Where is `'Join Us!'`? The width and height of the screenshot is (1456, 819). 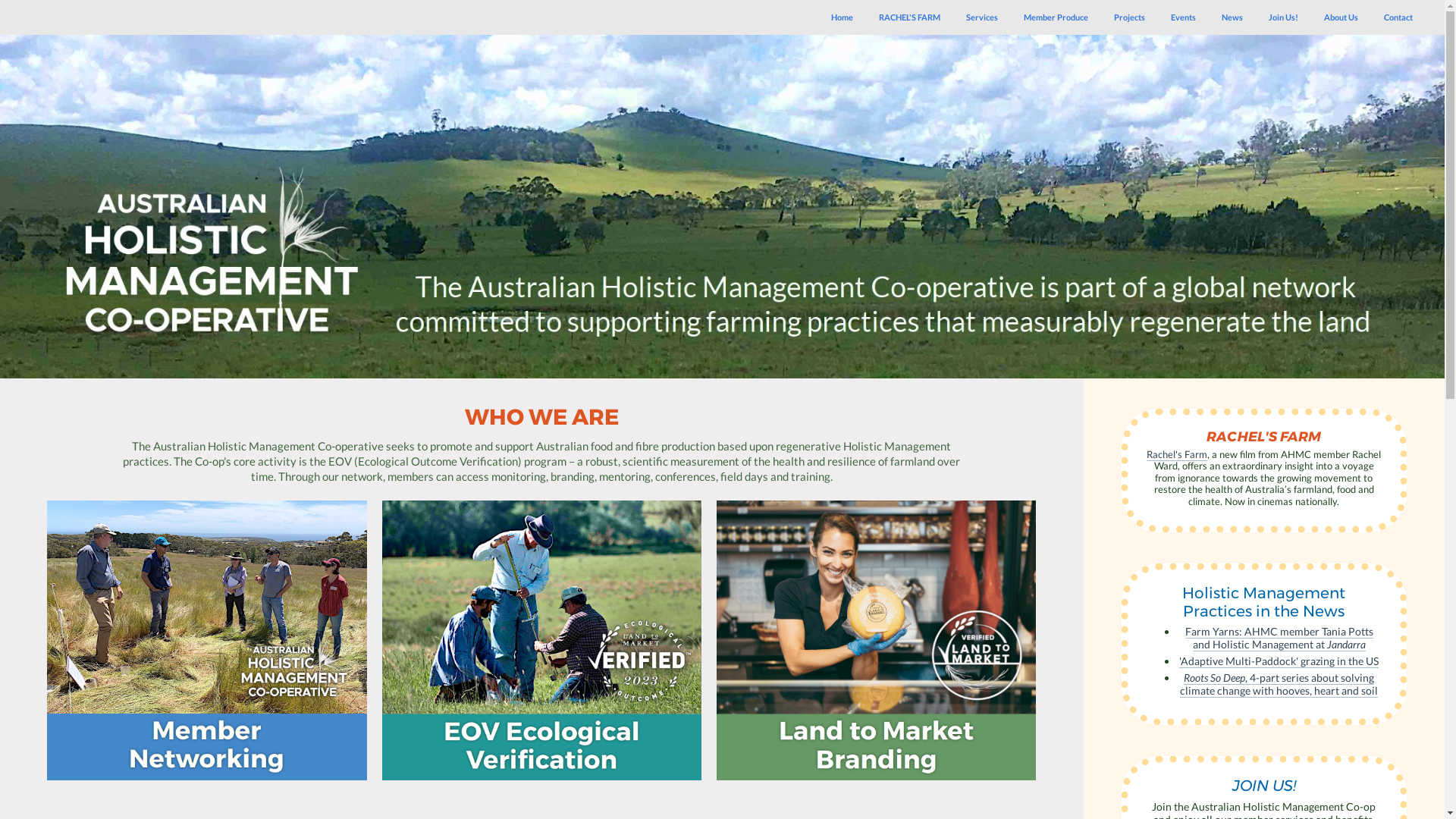 'Join Us!' is located at coordinates (1282, 17).